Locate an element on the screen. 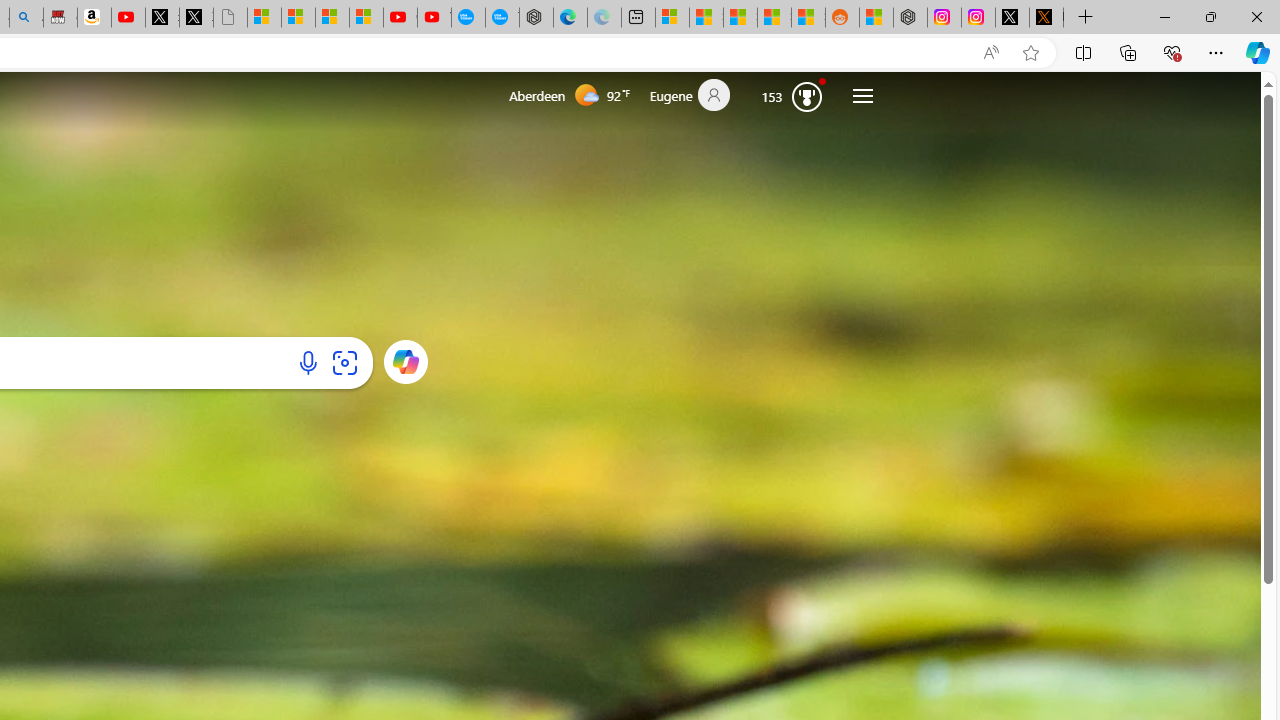 This screenshot has width=1280, height=720. 'The most popular Google ' is located at coordinates (502, 17).